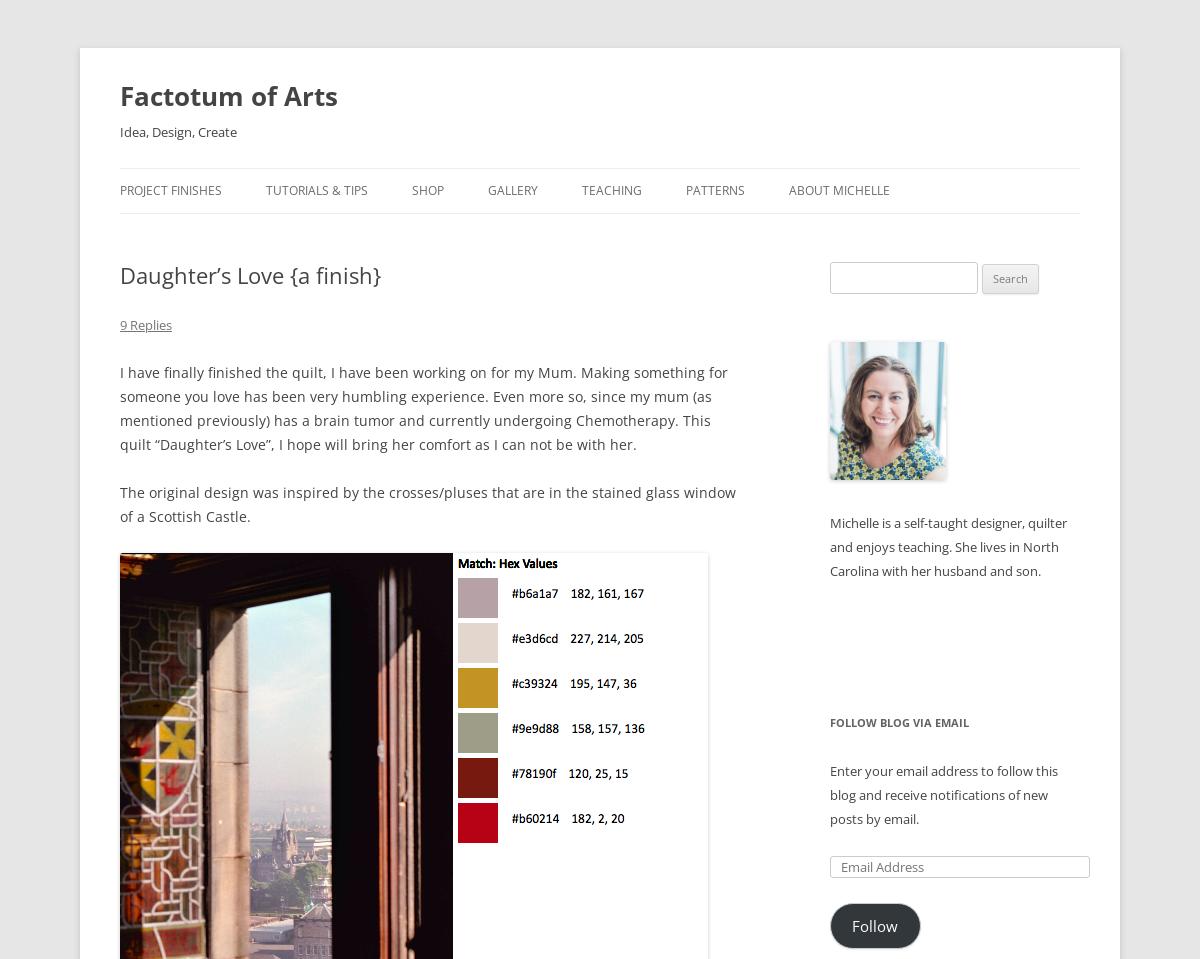 The width and height of the screenshot is (1200, 959). I want to click on 'Patterns', so click(686, 189).